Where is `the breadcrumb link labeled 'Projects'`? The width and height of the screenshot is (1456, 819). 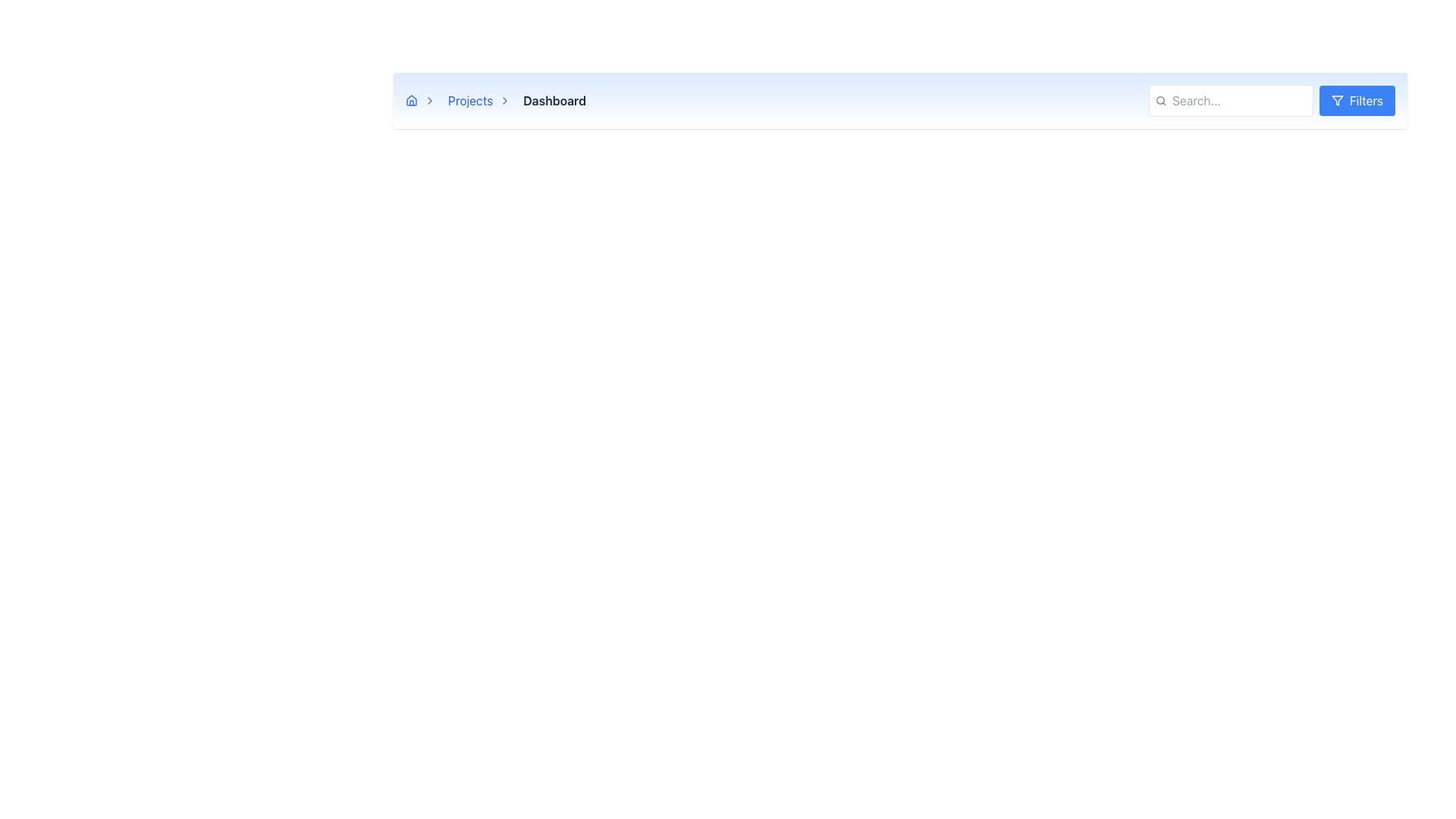
the breadcrumb link labeled 'Projects' is located at coordinates (482, 100).